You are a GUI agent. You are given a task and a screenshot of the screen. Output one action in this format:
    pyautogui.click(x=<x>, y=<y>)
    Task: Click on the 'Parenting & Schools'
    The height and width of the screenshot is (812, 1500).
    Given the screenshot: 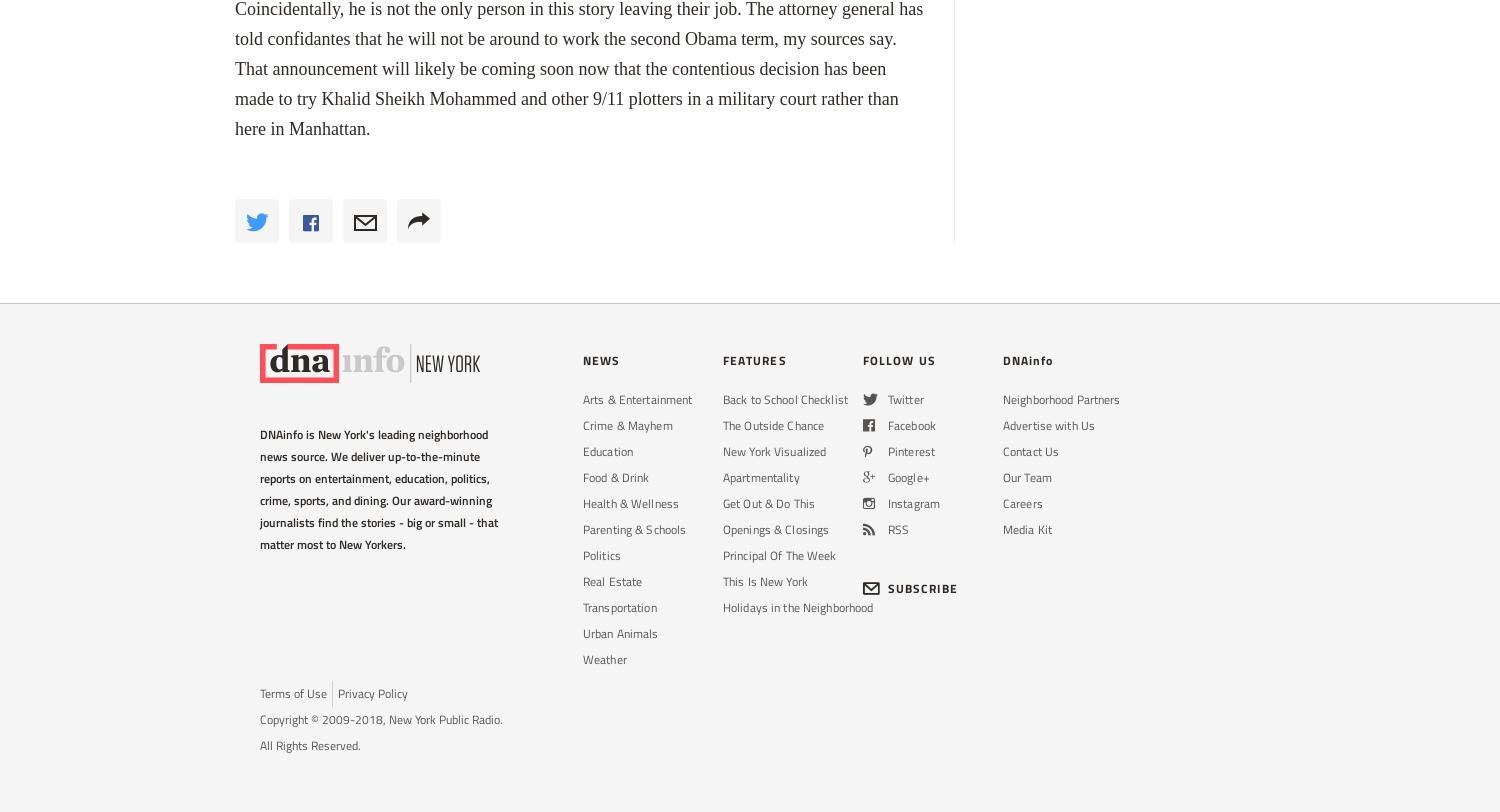 What is the action you would take?
    pyautogui.click(x=634, y=529)
    